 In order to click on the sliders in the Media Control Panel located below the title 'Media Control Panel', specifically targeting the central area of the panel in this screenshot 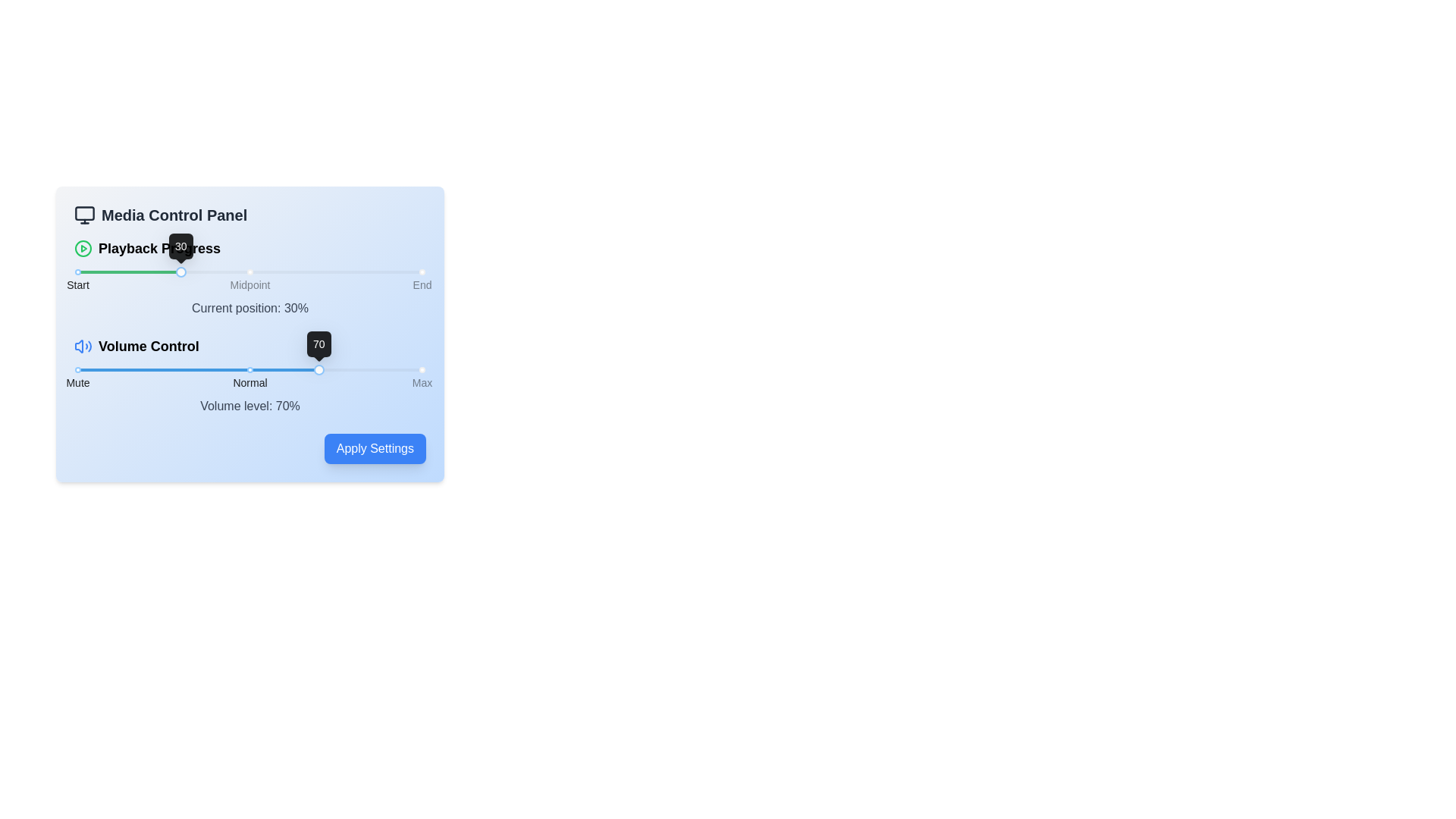, I will do `click(250, 326)`.